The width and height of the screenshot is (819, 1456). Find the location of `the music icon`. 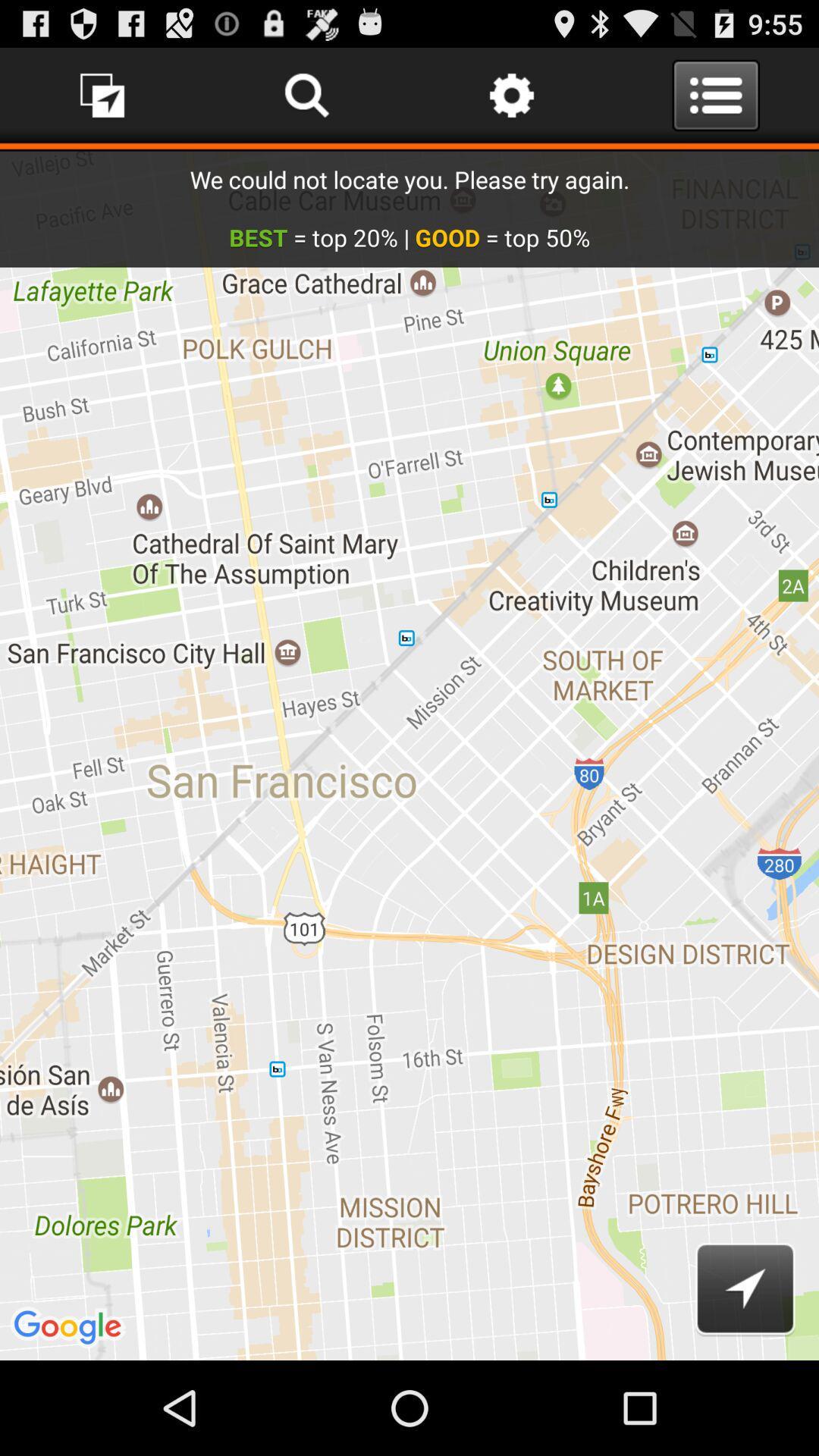

the music icon is located at coordinates (102, 101).